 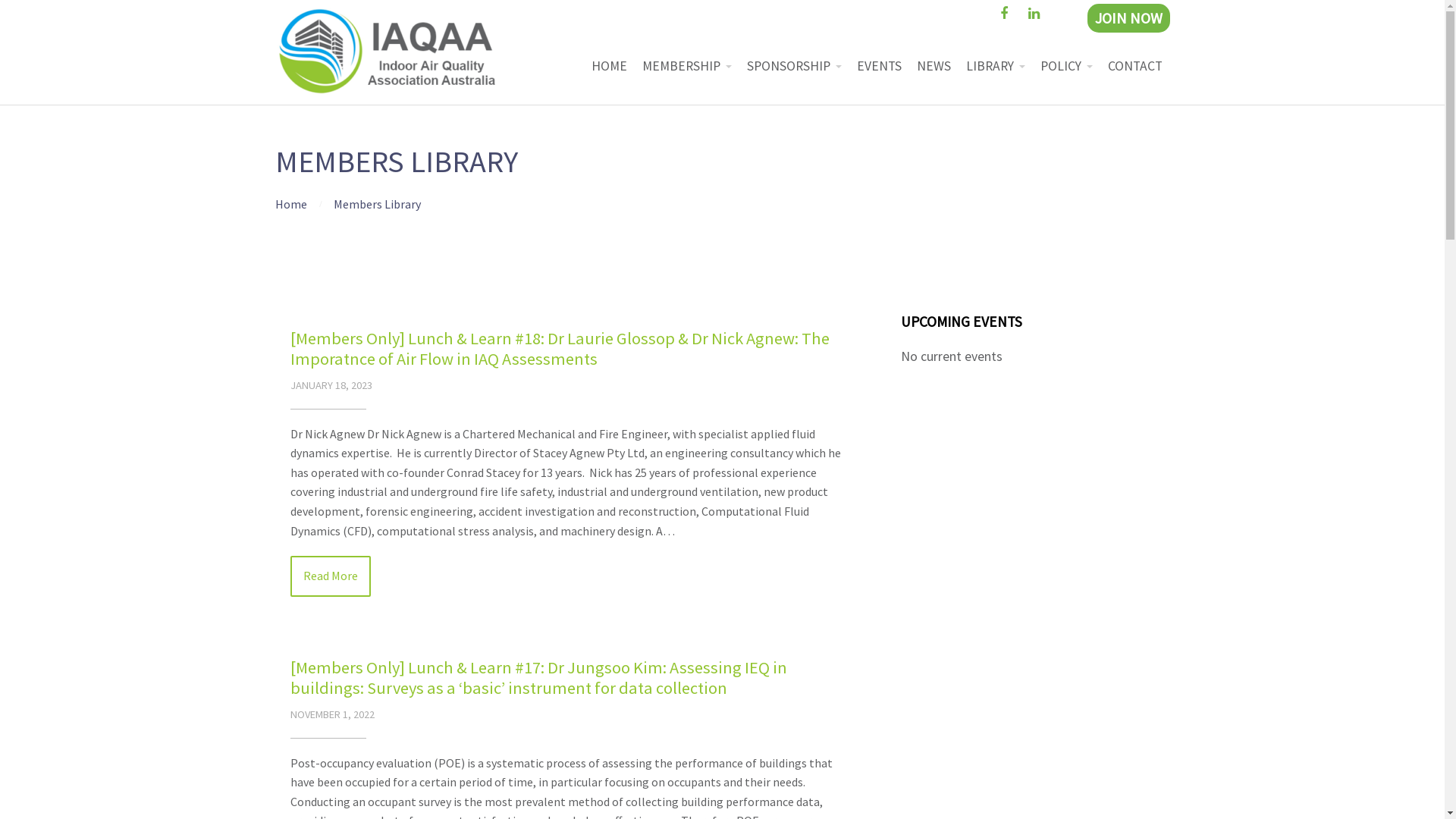 What do you see at coordinates (879, 65) in the screenshot?
I see `'EVENTS'` at bounding box center [879, 65].